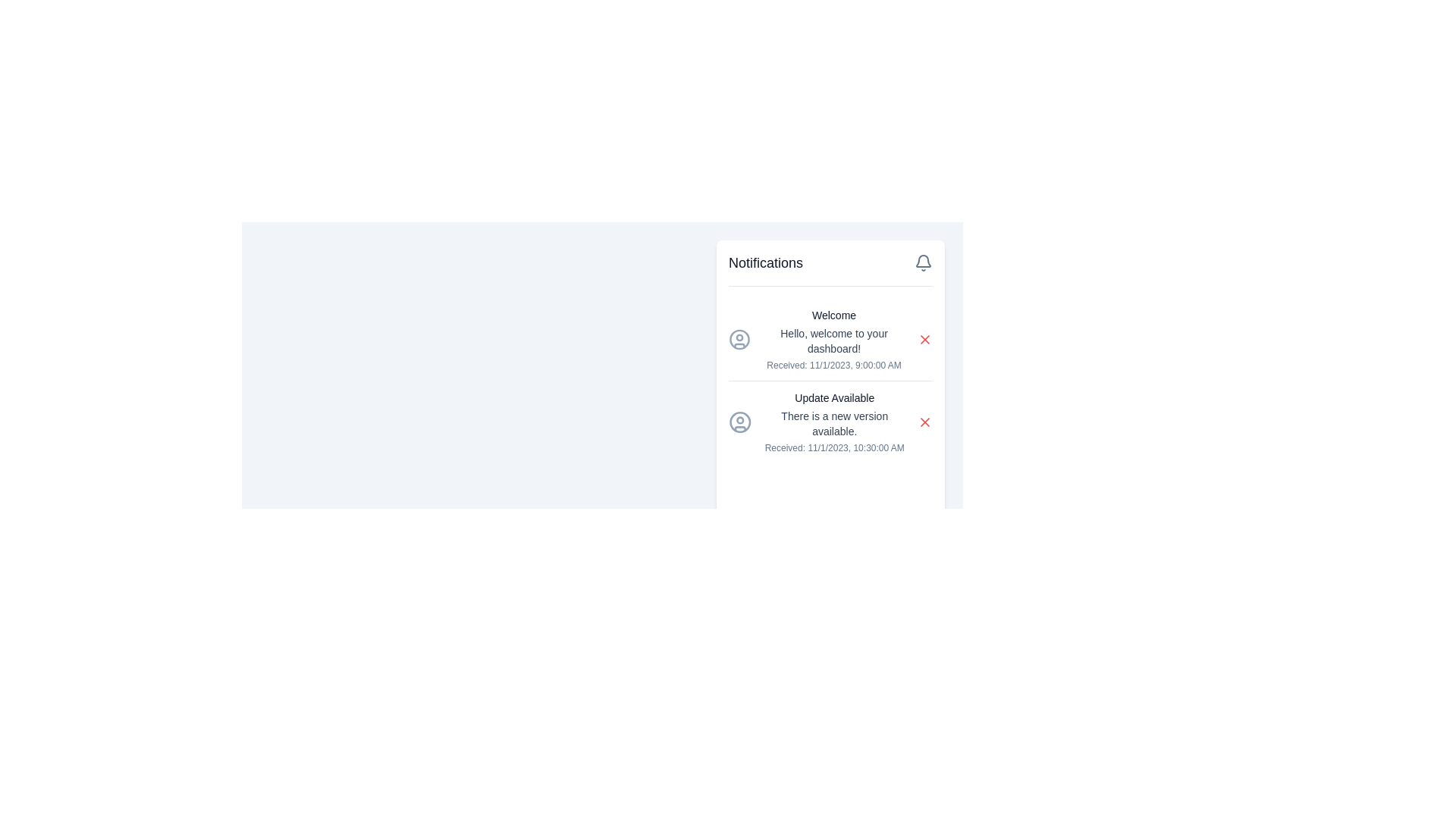 This screenshot has height=819, width=1456. I want to click on the second red cross icon button in the notification panel, so click(924, 422).